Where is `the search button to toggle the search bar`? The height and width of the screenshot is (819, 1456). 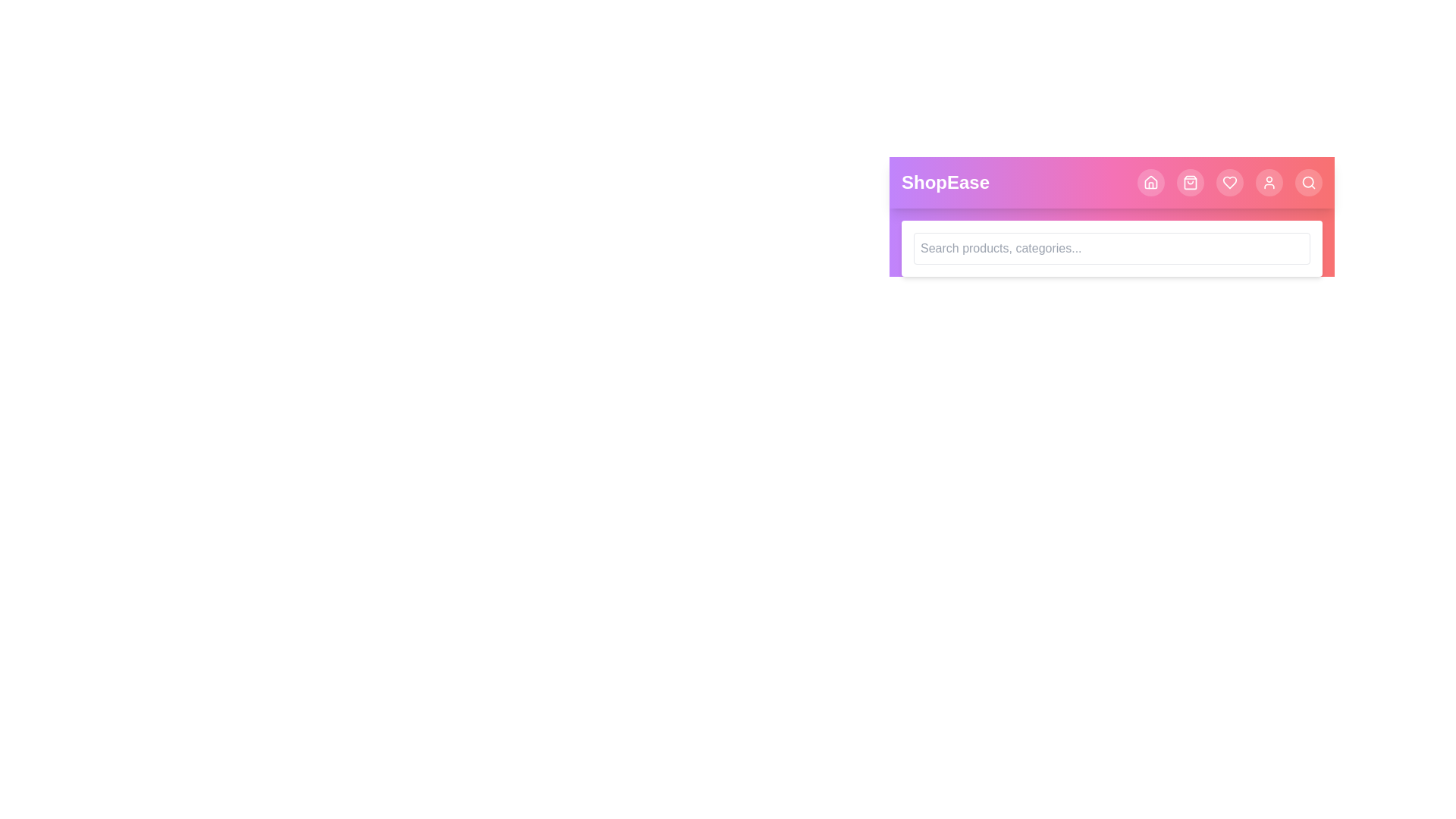 the search button to toggle the search bar is located at coordinates (1308, 181).